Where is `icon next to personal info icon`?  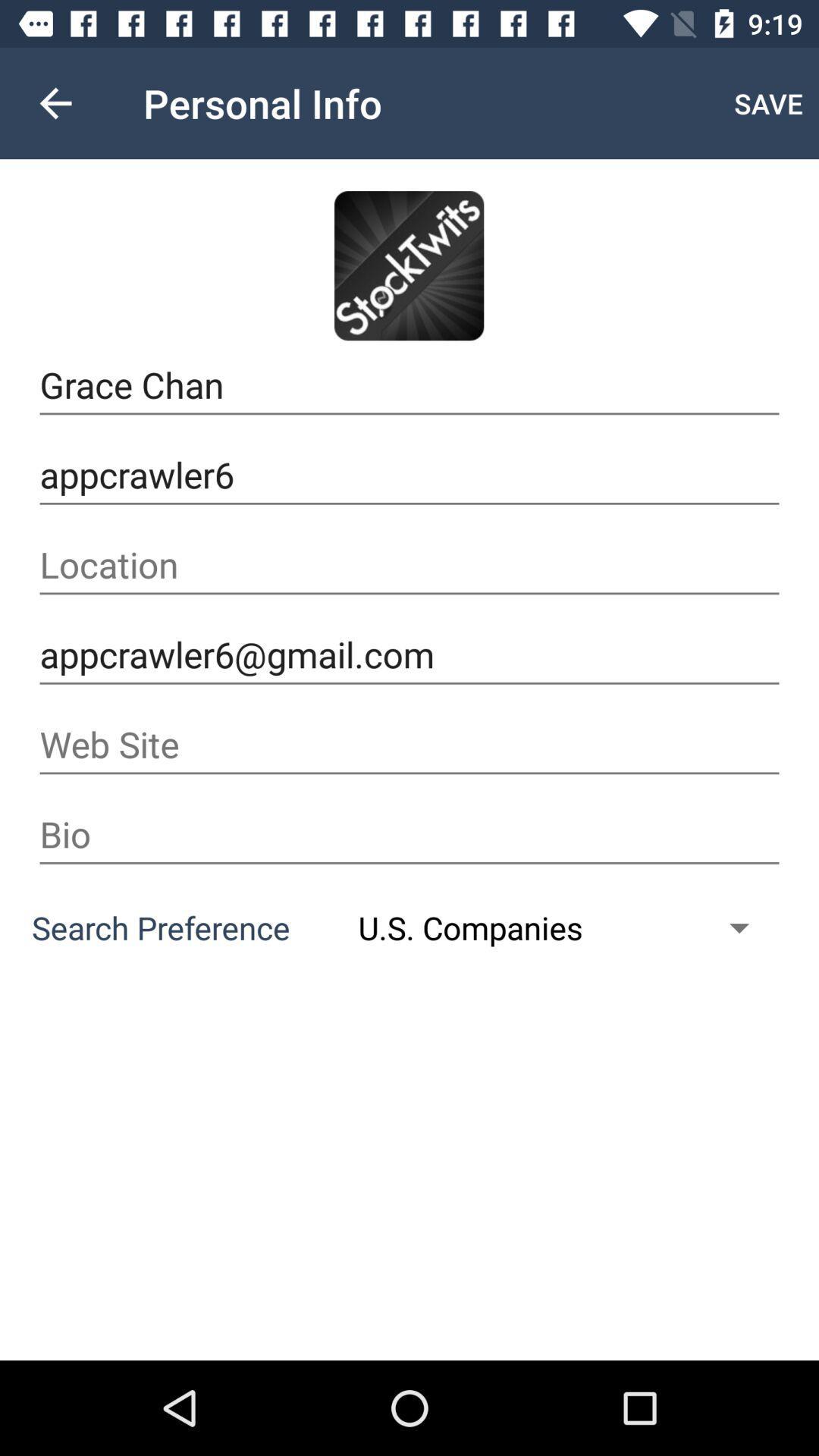 icon next to personal info icon is located at coordinates (55, 102).